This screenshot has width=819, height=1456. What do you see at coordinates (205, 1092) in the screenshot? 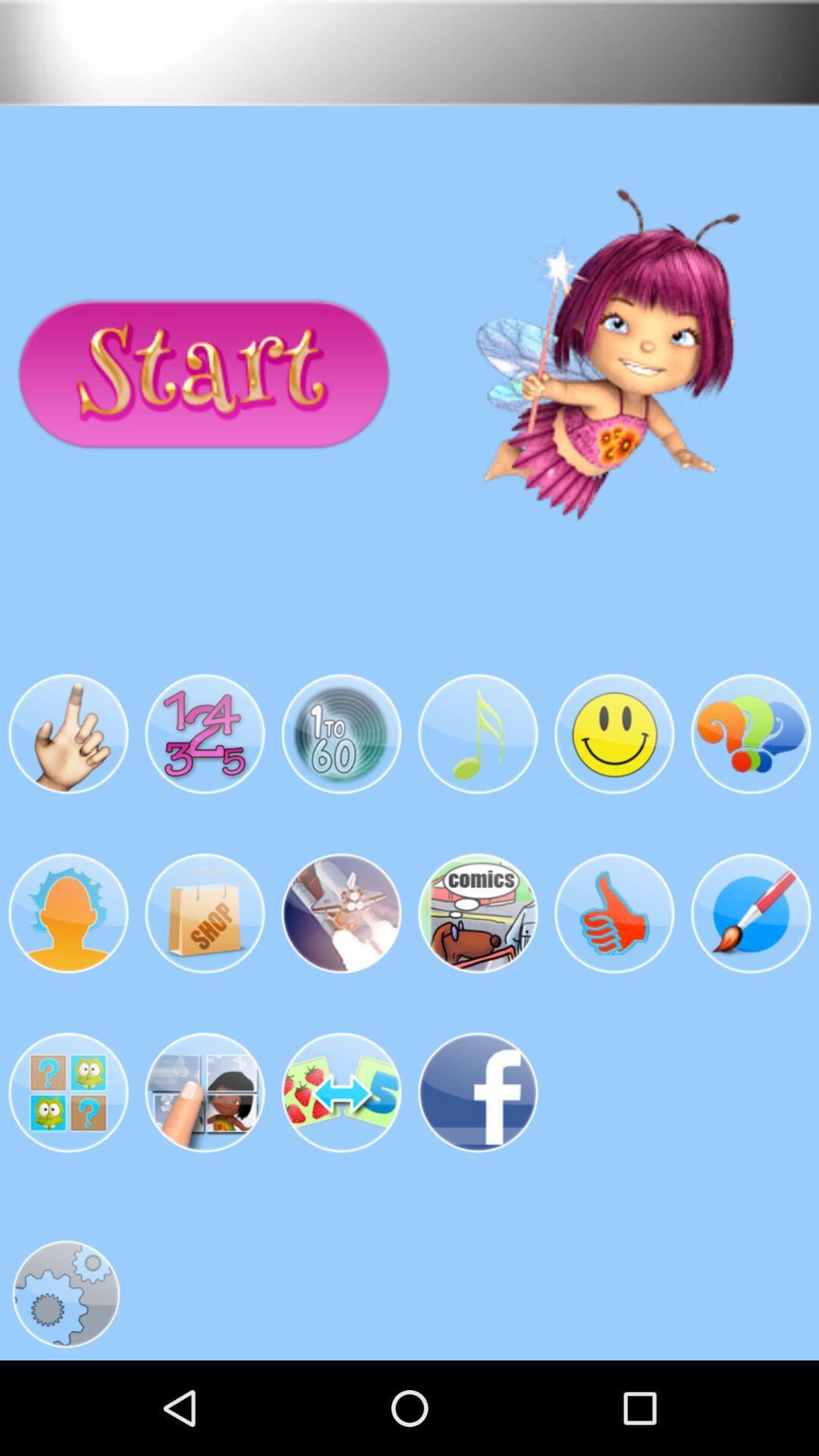
I see `the last but third icon of the page` at bounding box center [205, 1092].